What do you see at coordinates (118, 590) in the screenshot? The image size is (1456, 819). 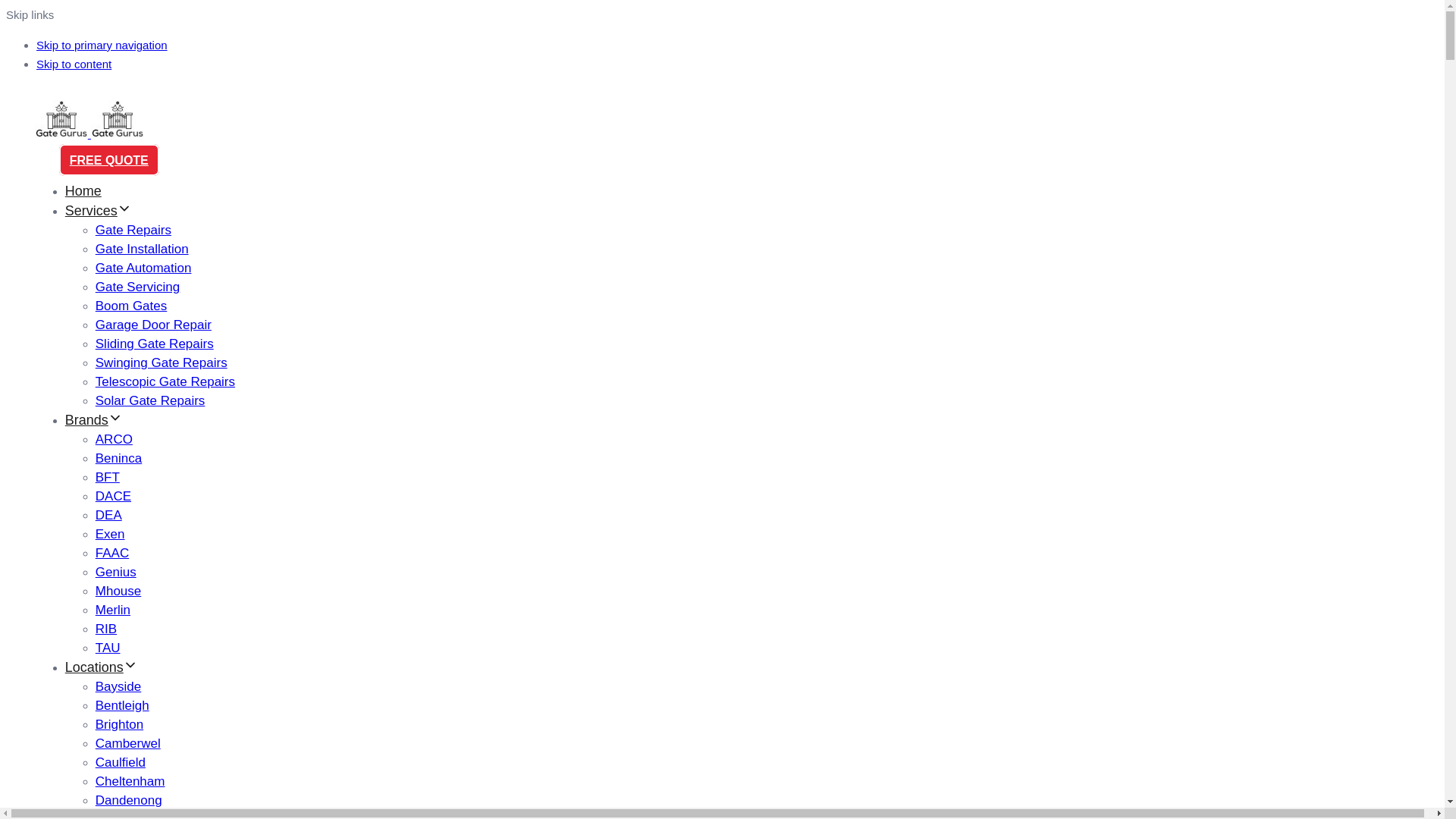 I see `'Mhouse'` at bounding box center [118, 590].